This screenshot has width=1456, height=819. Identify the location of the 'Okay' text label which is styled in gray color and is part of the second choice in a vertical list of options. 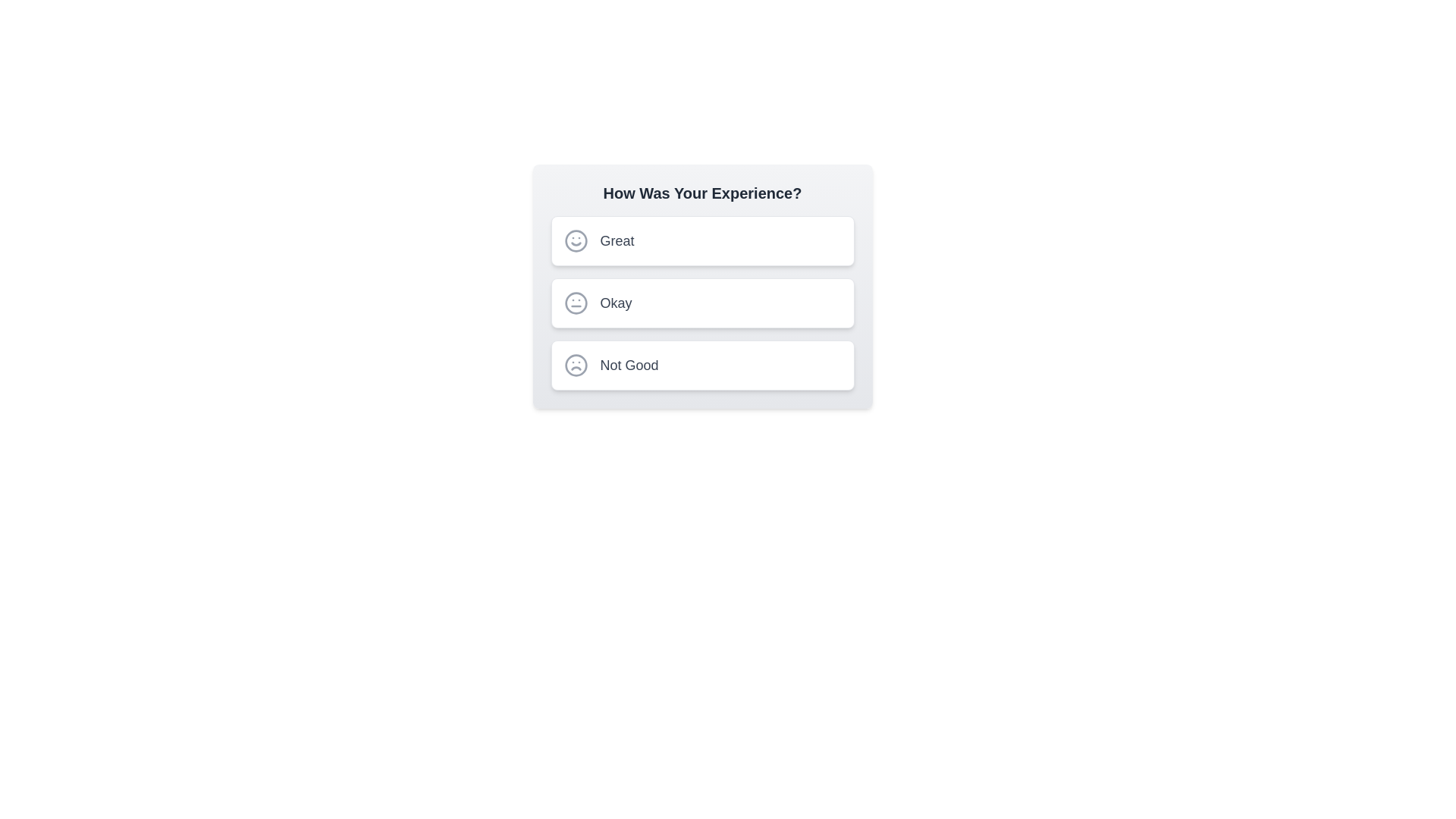
(616, 303).